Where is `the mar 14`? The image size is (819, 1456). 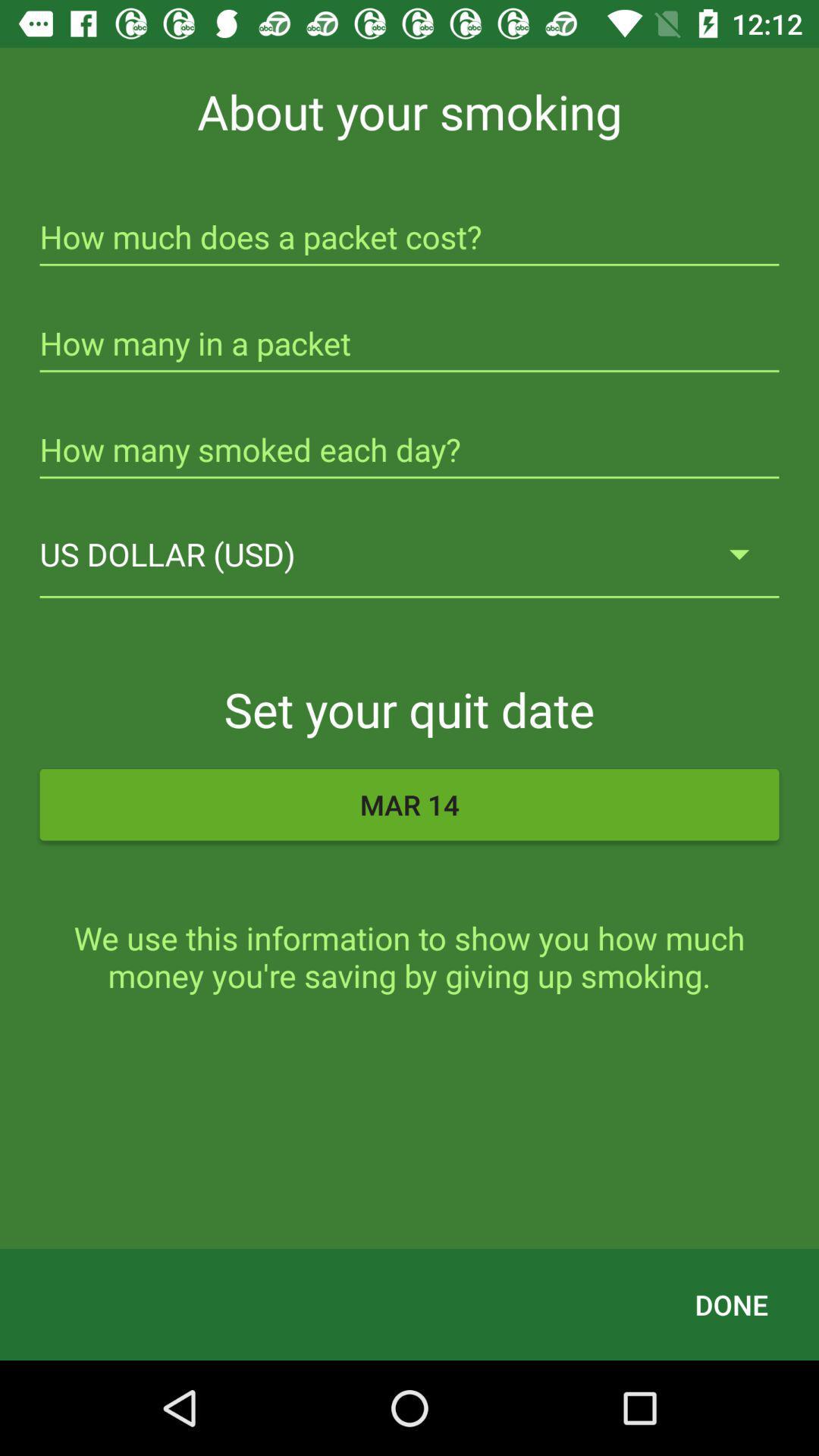 the mar 14 is located at coordinates (409, 804).